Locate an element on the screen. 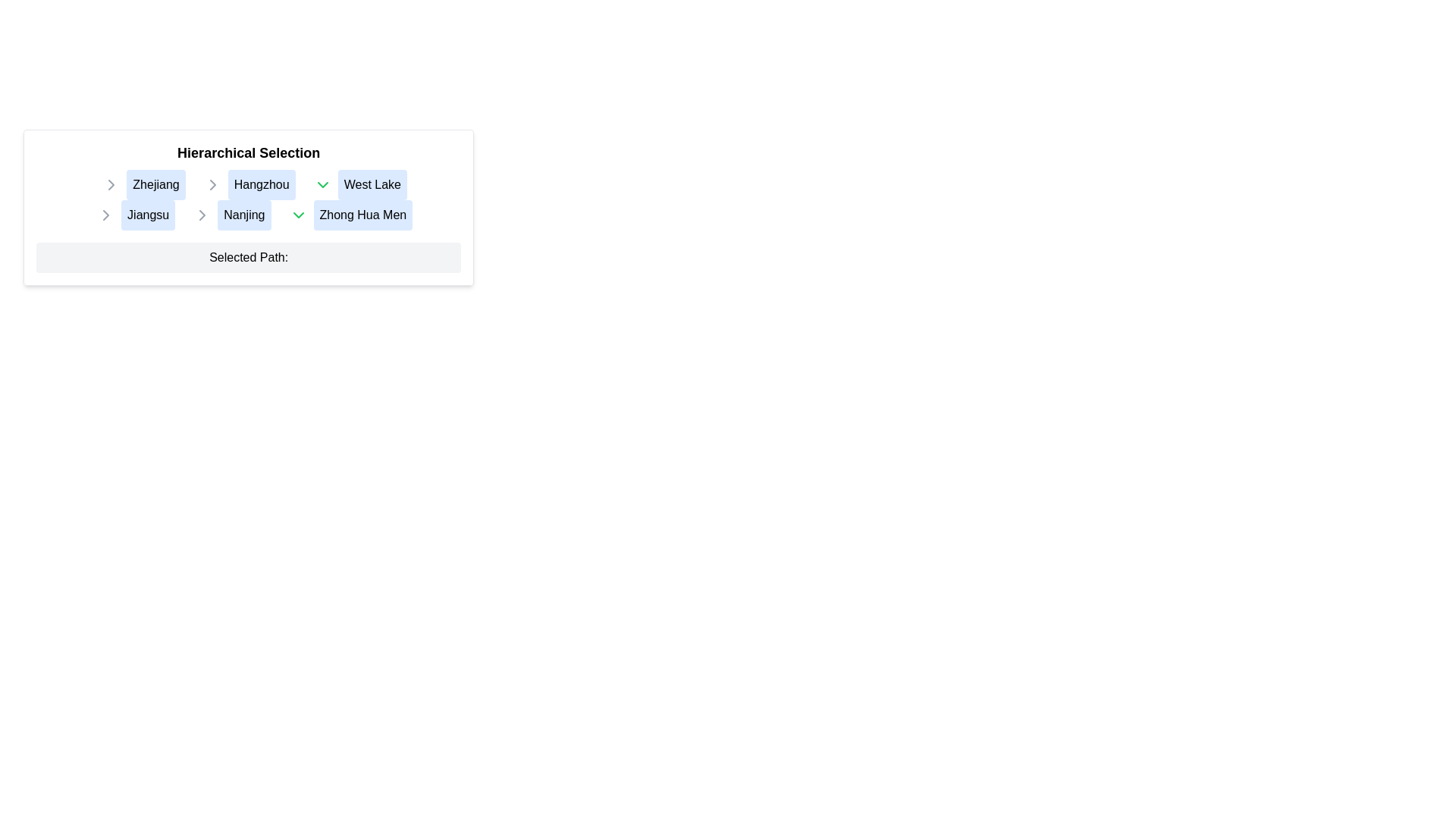 The width and height of the screenshot is (1456, 819). the 'West Lake' text label in the hierarchical selection menu is located at coordinates (353, 184).